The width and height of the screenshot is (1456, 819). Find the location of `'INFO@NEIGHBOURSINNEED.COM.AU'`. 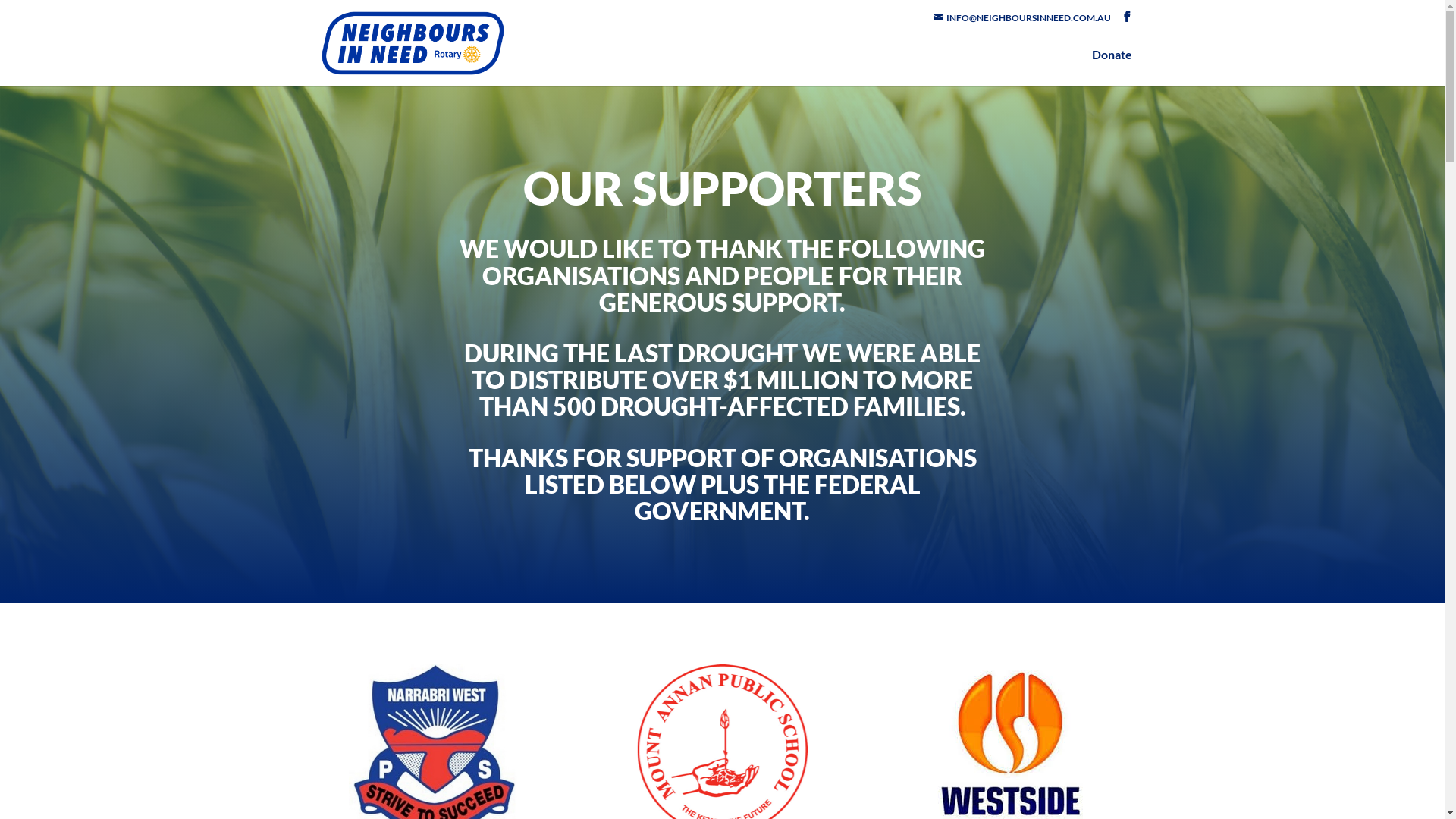

'INFO@NEIGHBOURSINNEED.COM.AU' is located at coordinates (934, 17).